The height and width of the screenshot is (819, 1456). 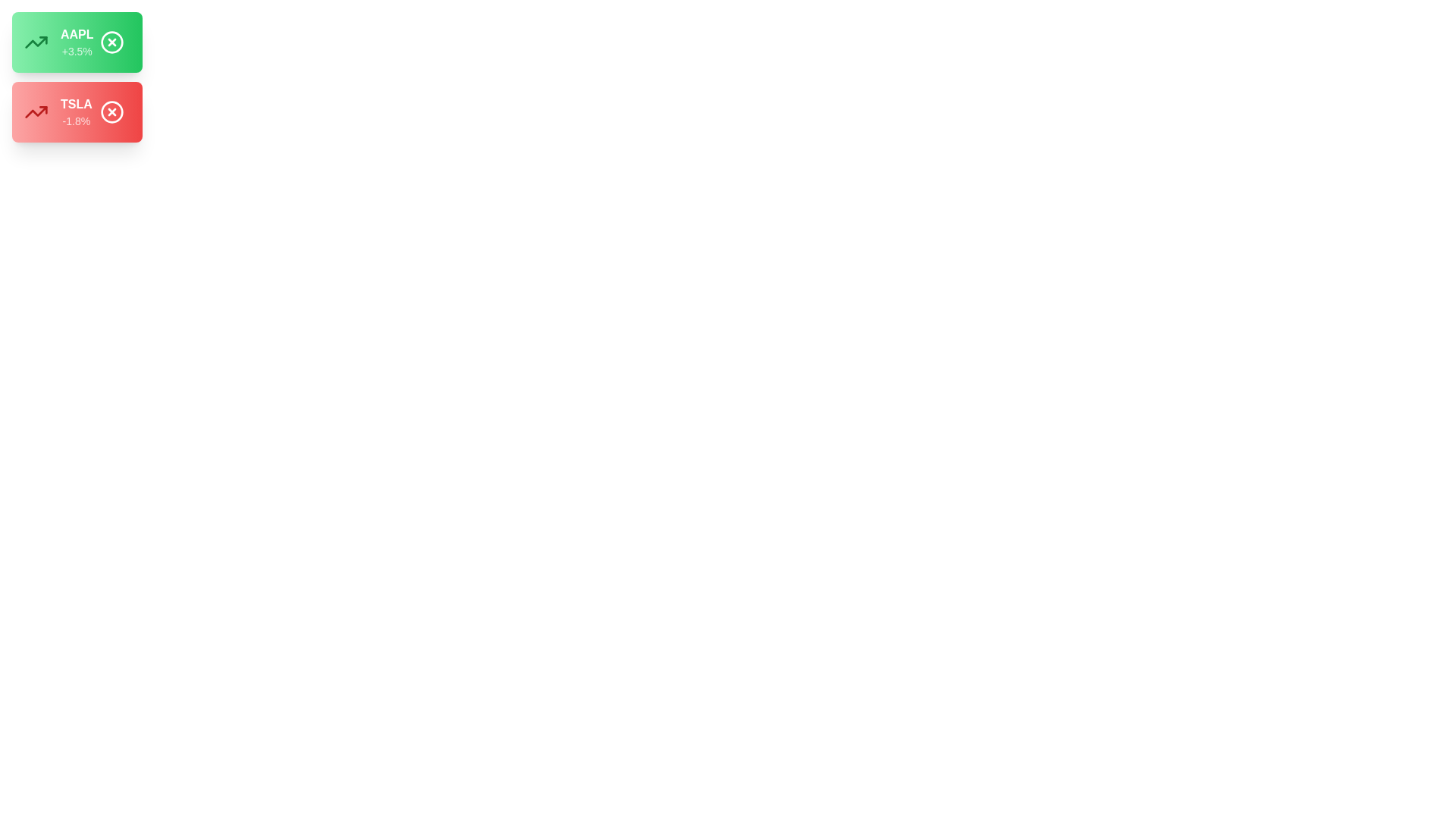 What do you see at coordinates (111, 111) in the screenshot?
I see `the close button of the alert corresponding to TSLA` at bounding box center [111, 111].